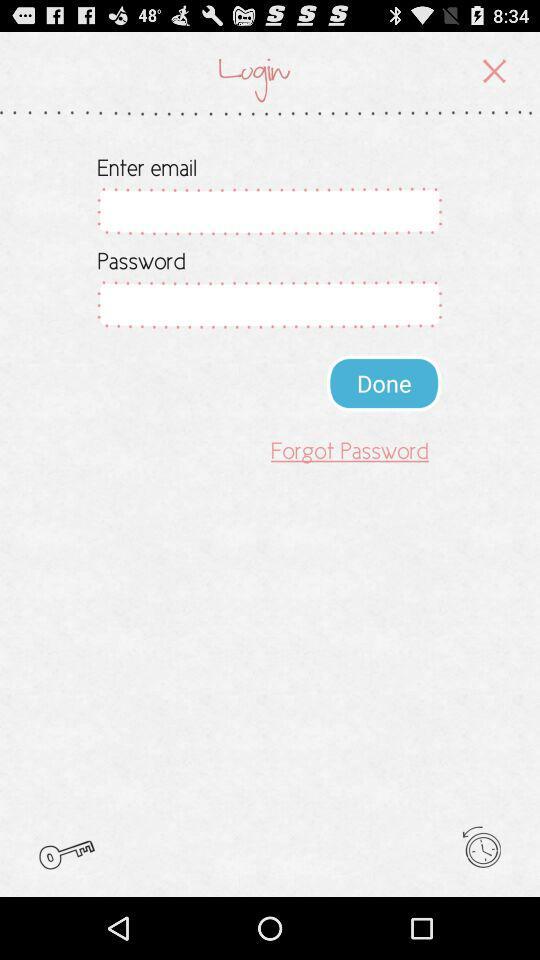 Image resolution: width=540 pixels, height=960 pixels. I want to click on the icon on the right, so click(384, 382).